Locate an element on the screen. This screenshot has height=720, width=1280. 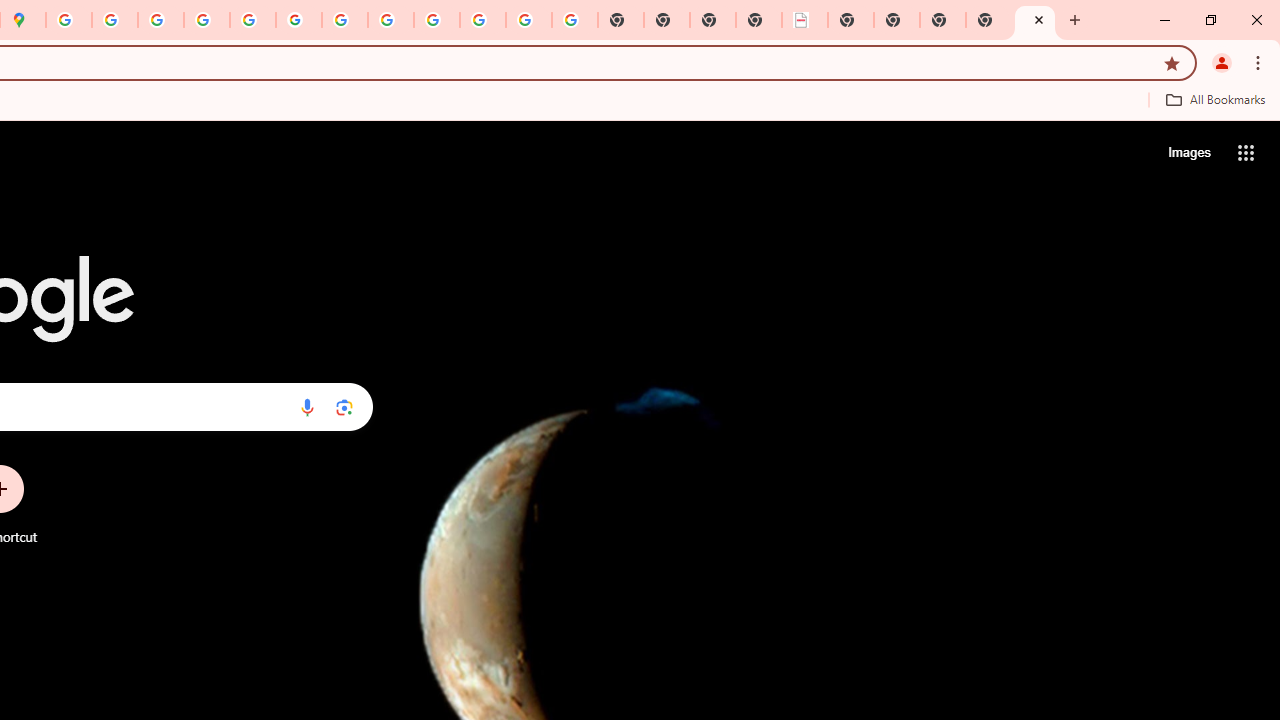
'LAAD Defence & Security 2025 | BAE Systems' is located at coordinates (805, 20).